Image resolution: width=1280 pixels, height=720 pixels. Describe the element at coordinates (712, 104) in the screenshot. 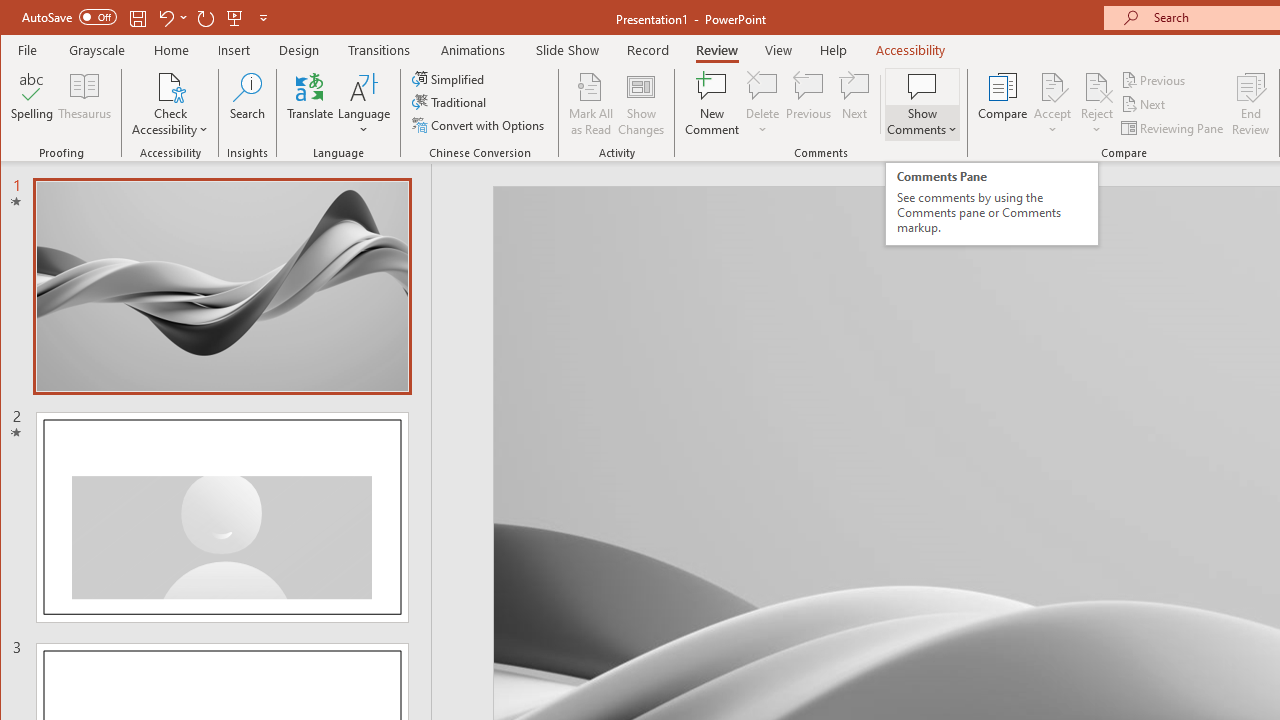

I see `'New Comment'` at that location.